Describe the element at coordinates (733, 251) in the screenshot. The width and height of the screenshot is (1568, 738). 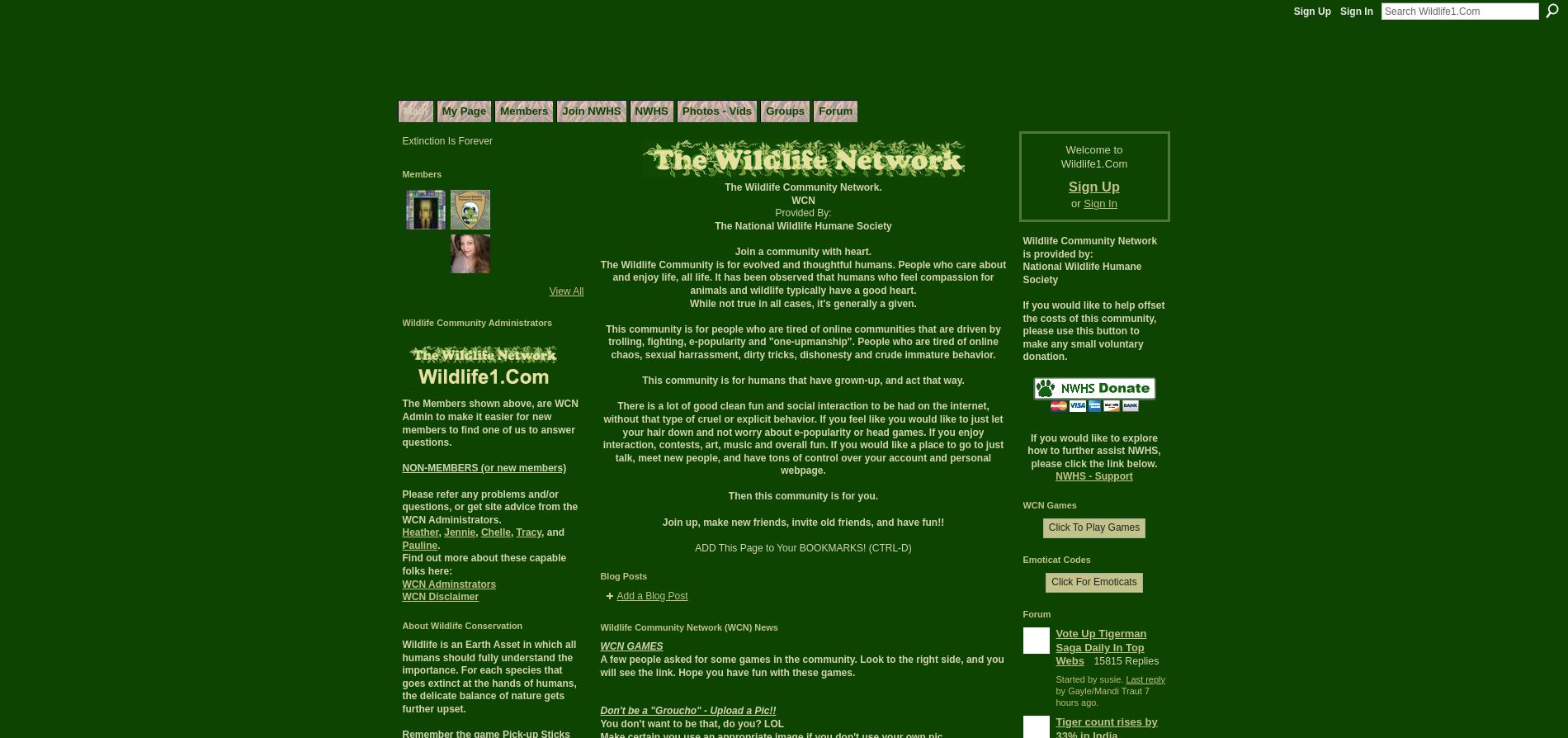
I see `'Join a community with heart.'` at that location.